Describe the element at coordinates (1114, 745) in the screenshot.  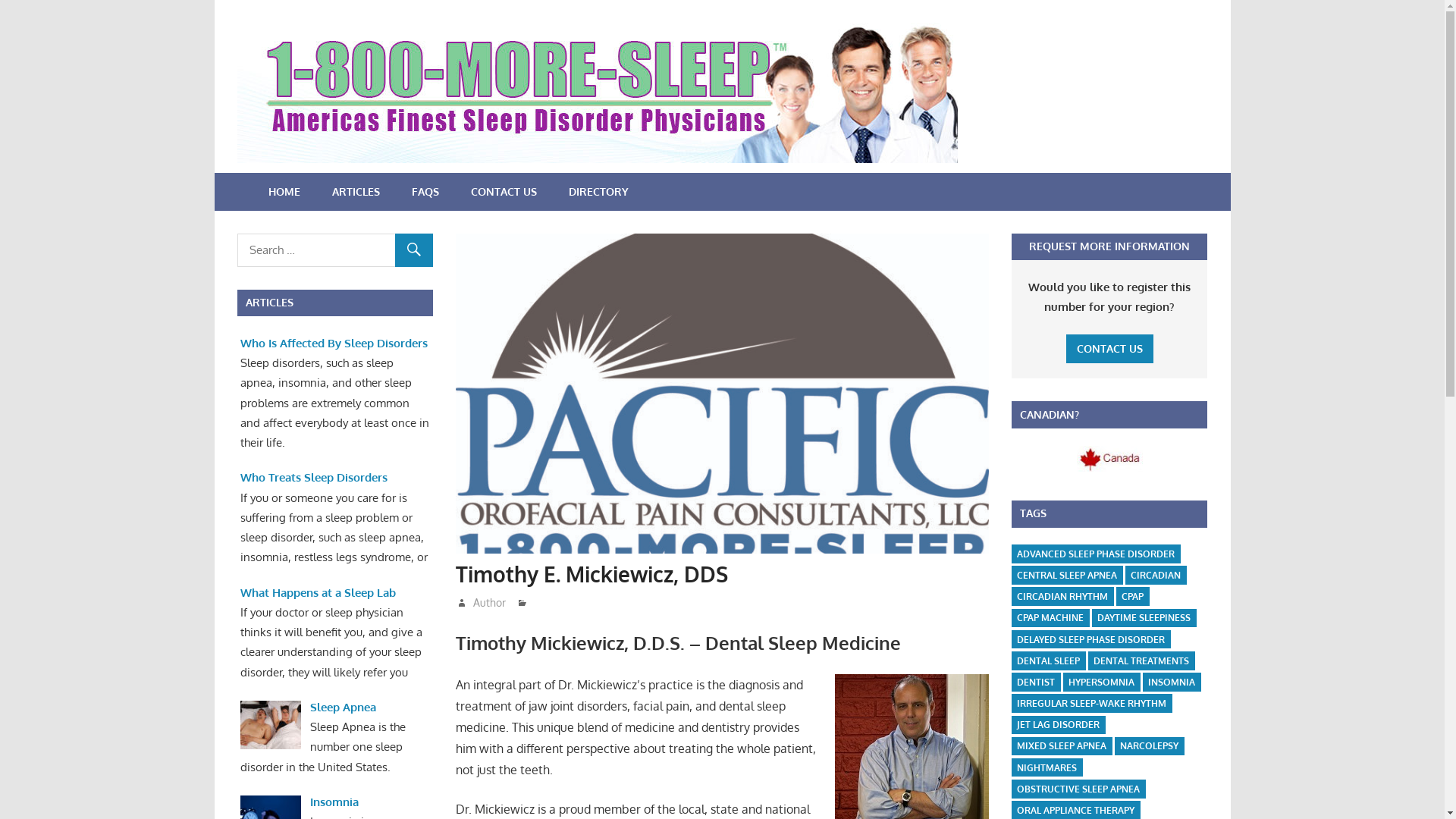
I see `'NARCOLEPSY'` at that location.